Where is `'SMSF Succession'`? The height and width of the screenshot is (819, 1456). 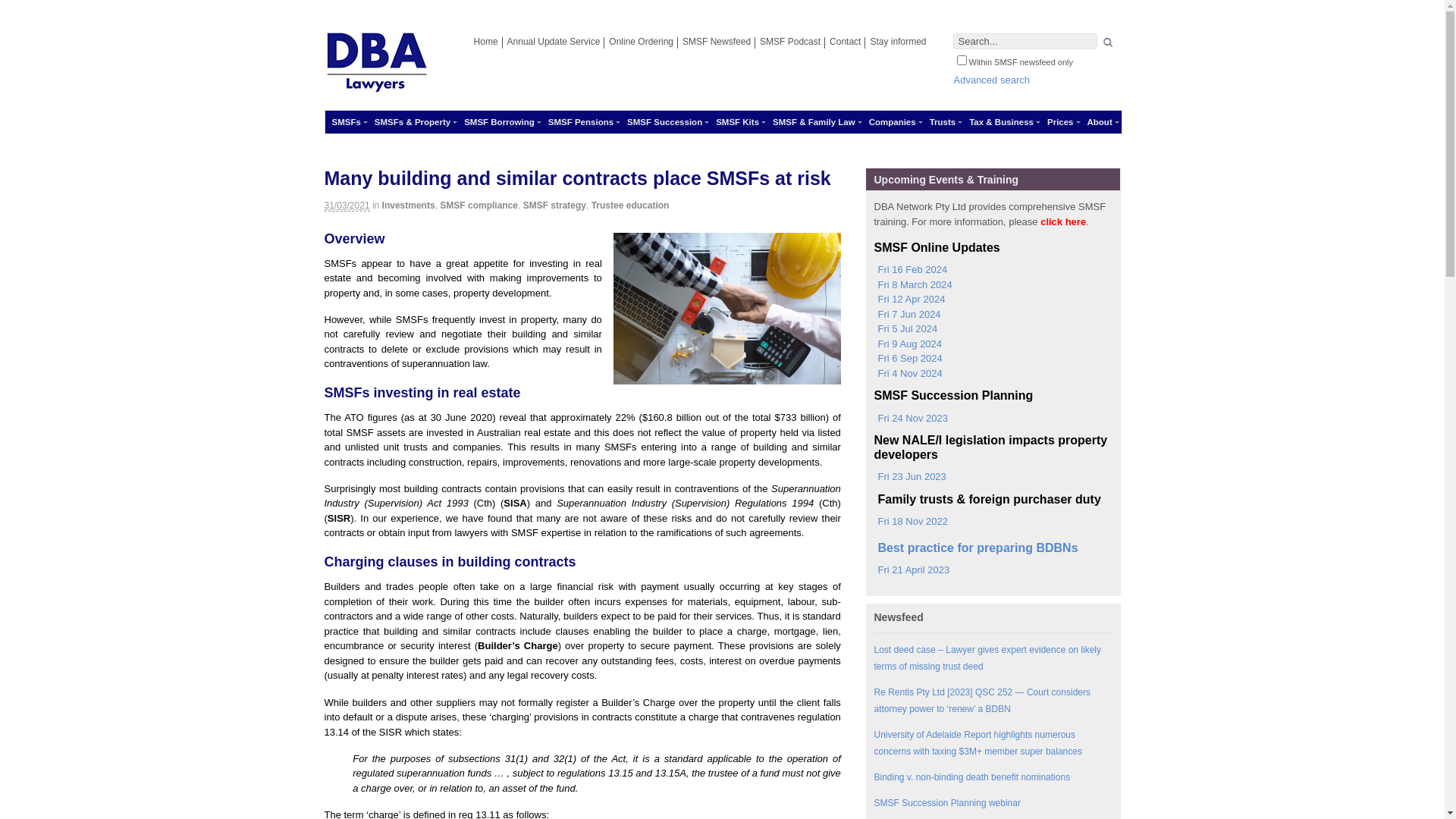
'SMSF Succession' is located at coordinates (620, 121).